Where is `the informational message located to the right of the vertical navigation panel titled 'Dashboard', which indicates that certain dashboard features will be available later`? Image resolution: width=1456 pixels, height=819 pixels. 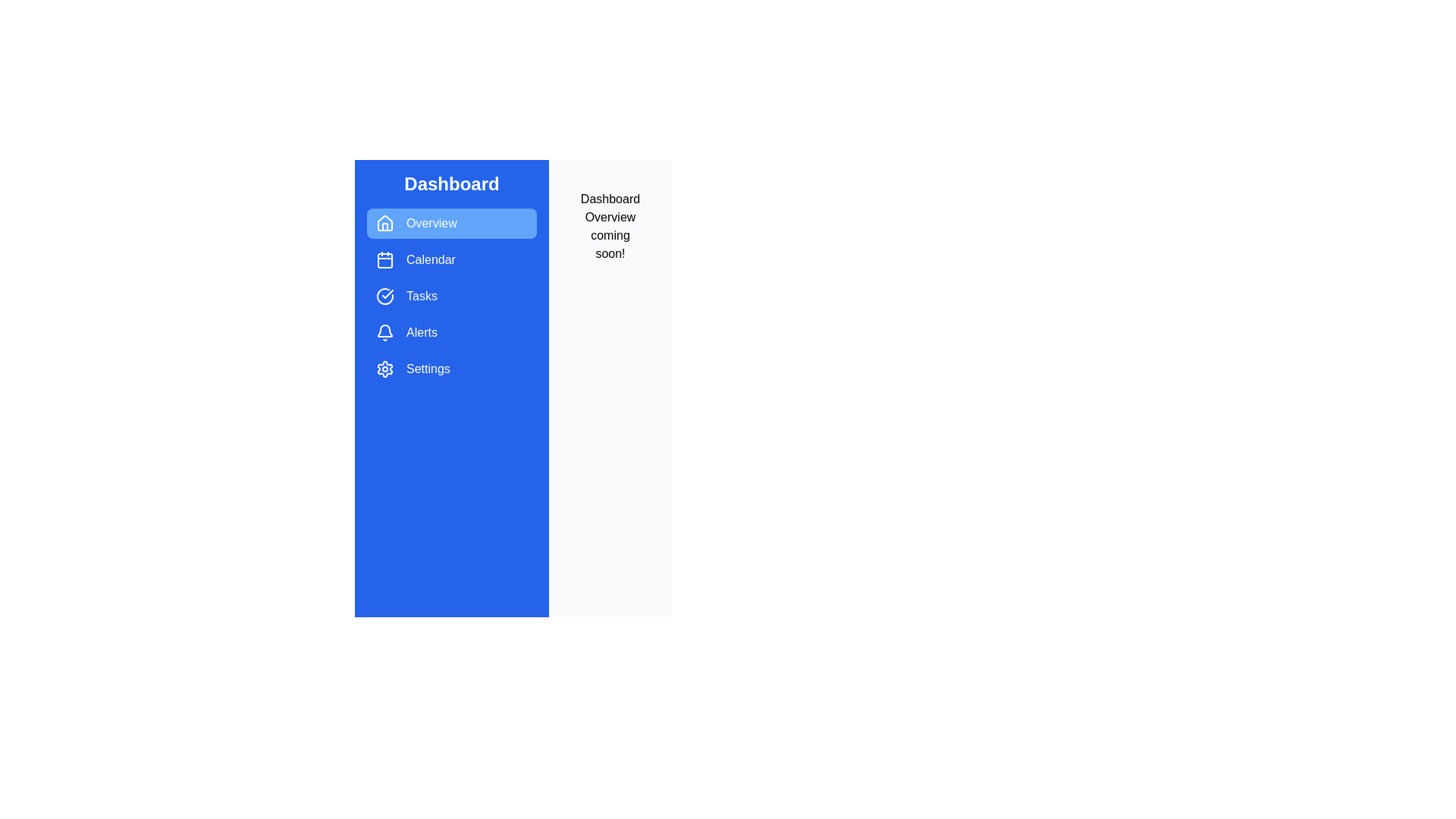 the informational message located to the right of the vertical navigation panel titled 'Dashboard', which indicates that certain dashboard features will be available later is located at coordinates (610, 227).